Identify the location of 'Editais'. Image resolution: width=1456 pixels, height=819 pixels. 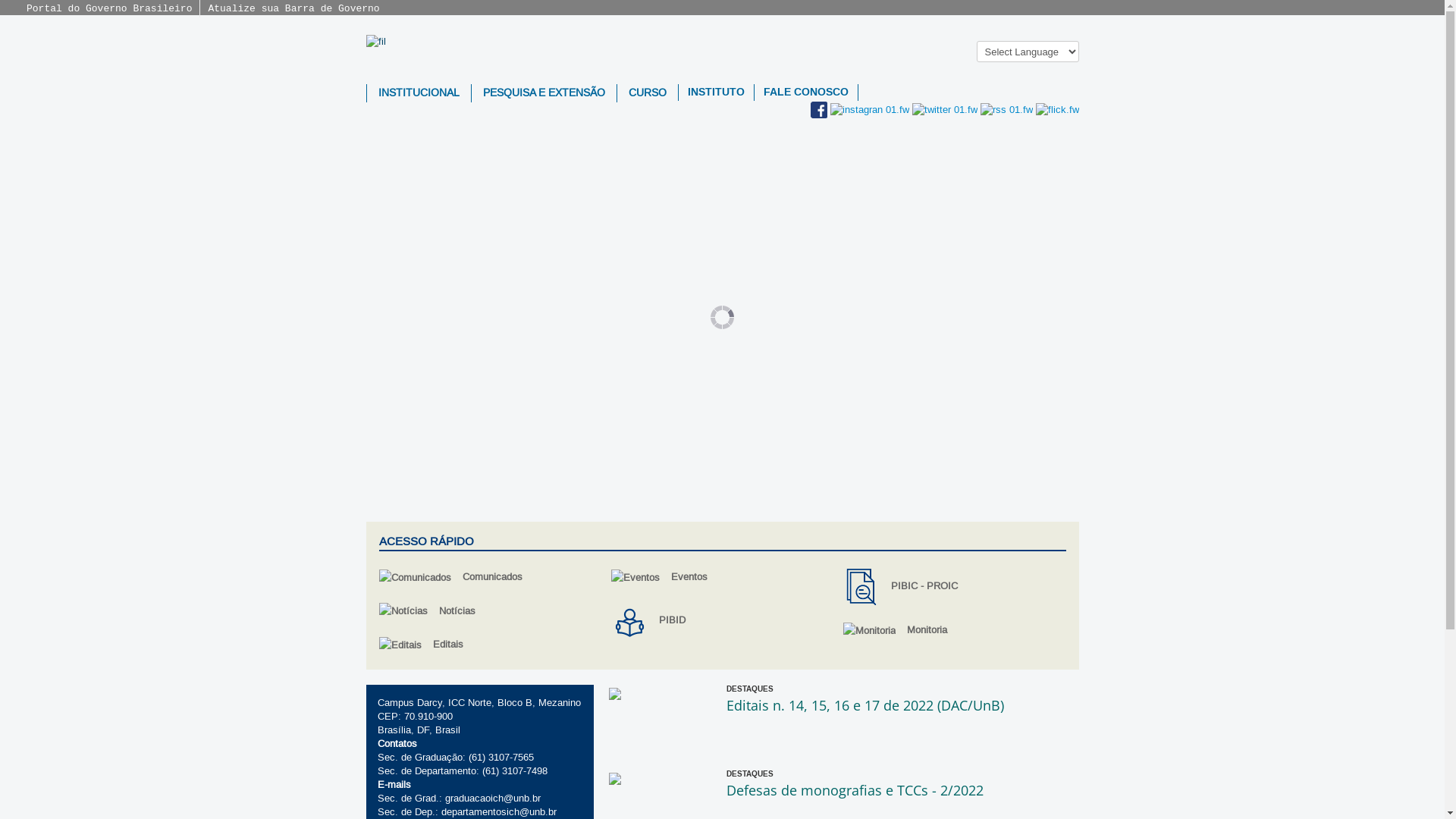
(378, 645).